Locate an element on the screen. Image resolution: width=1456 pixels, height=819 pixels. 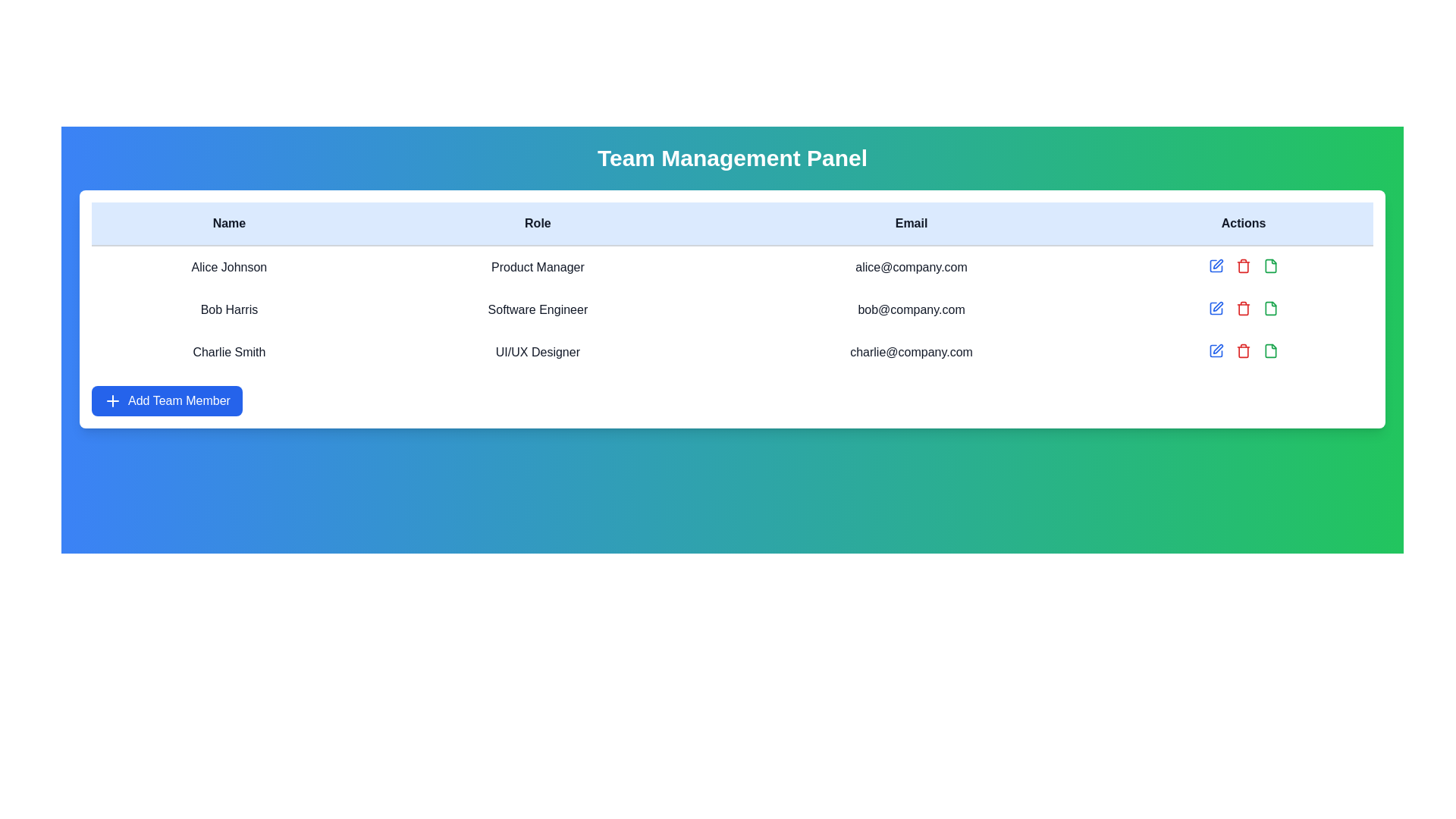
the blue 'Add Team Member' button which features a plus symbol icon, located at the bottom left corner of the interface is located at coordinates (111, 400).